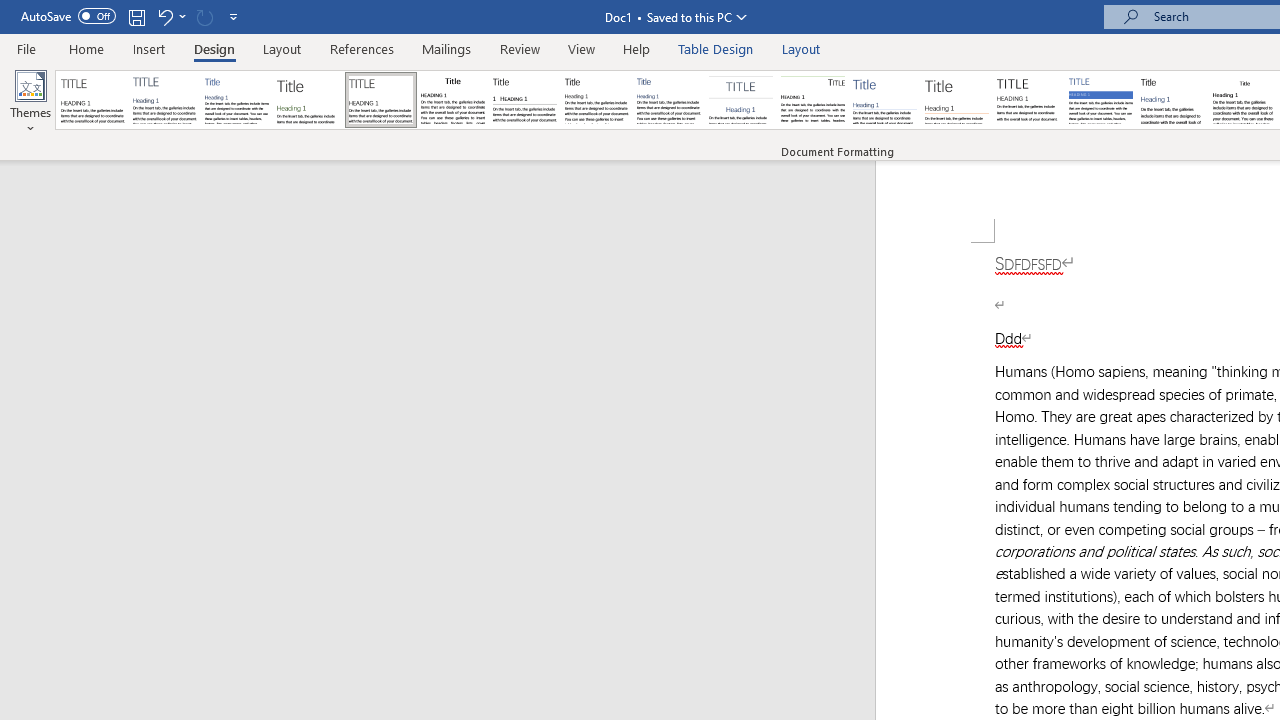 Image resolution: width=1280 pixels, height=720 pixels. What do you see at coordinates (520, 48) in the screenshot?
I see `'Review'` at bounding box center [520, 48].